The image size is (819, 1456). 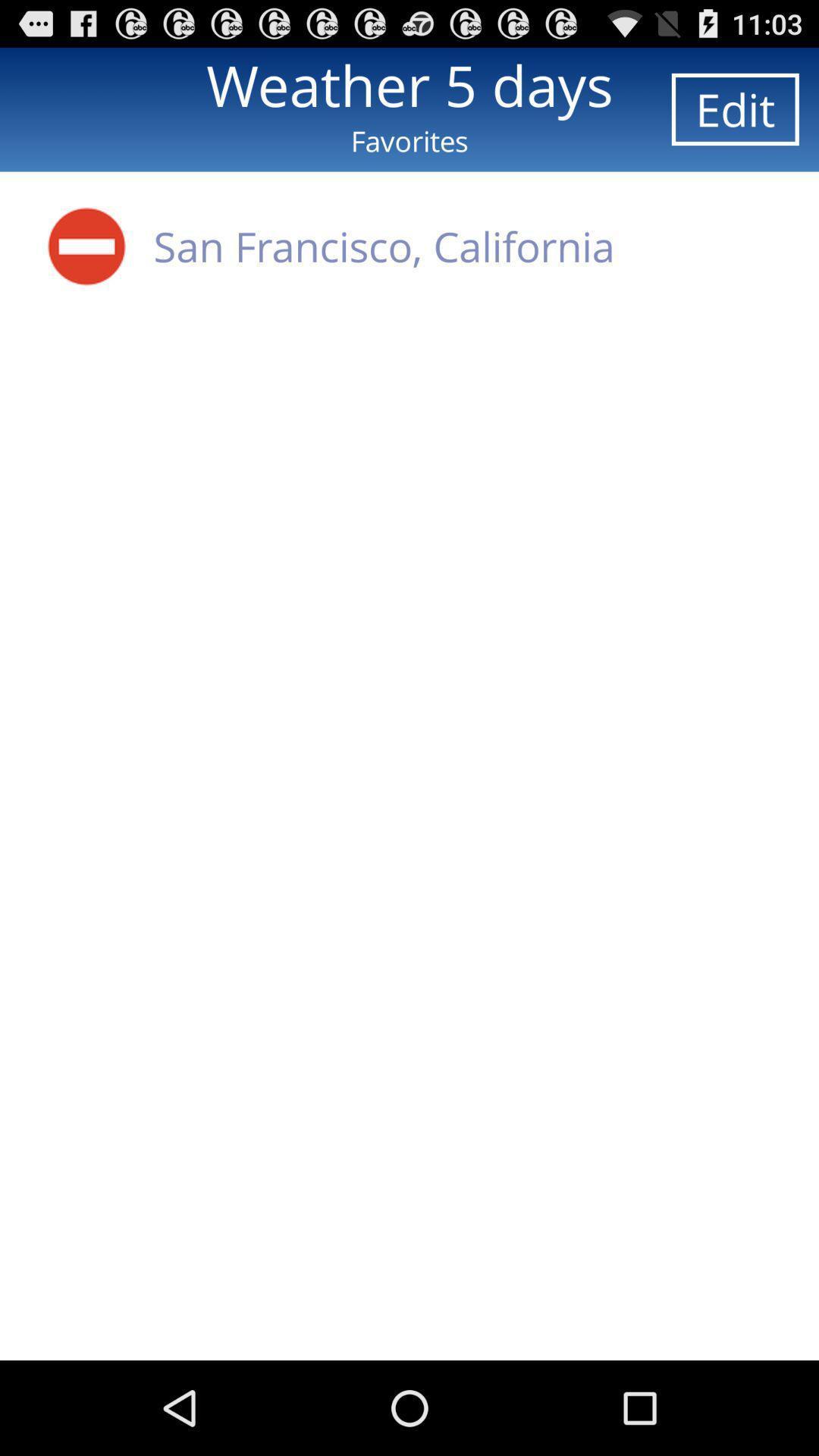 I want to click on the san francisco, california app, so click(x=383, y=246).